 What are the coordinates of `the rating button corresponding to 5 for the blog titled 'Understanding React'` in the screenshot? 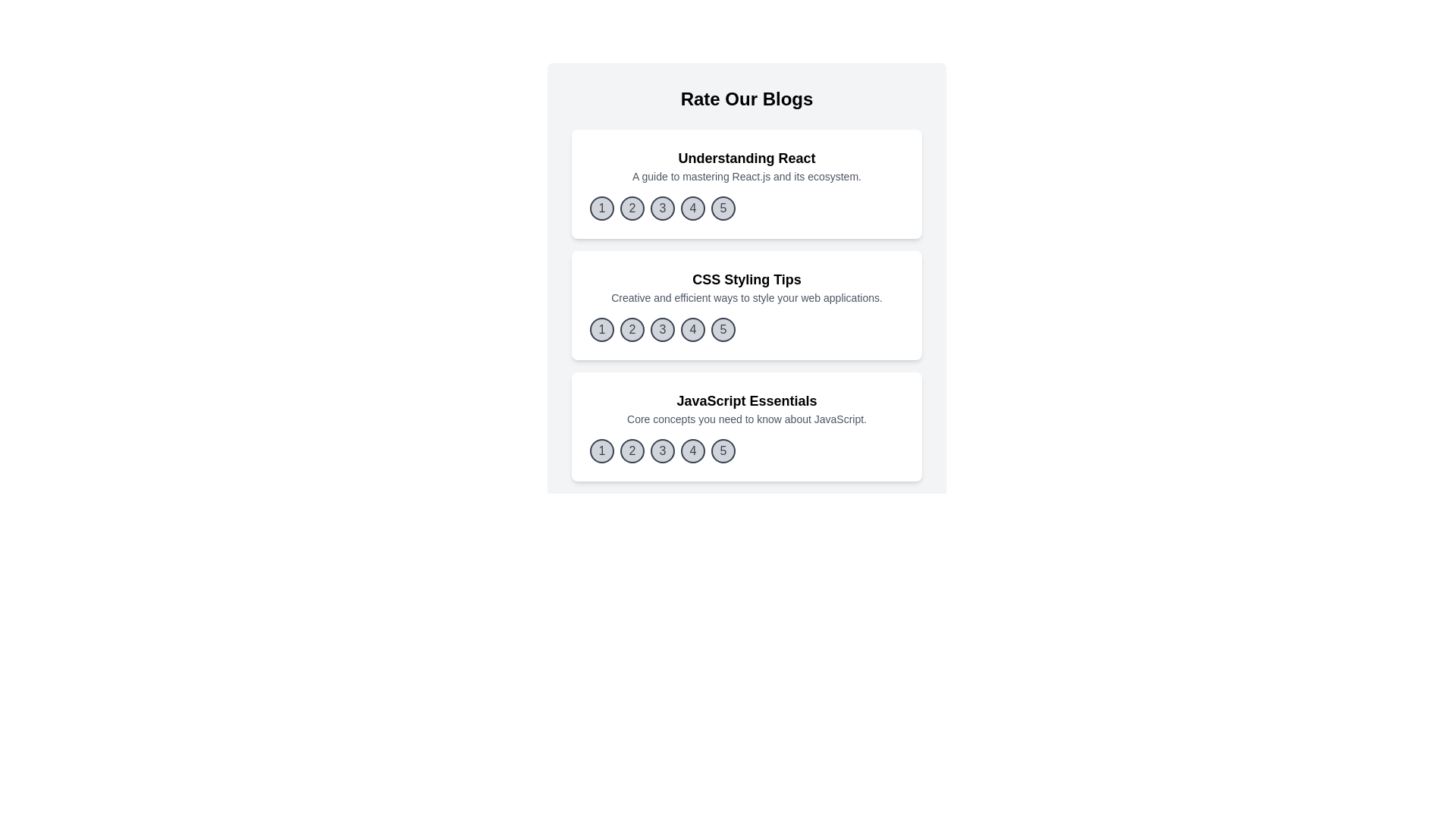 It's located at (723, 208).